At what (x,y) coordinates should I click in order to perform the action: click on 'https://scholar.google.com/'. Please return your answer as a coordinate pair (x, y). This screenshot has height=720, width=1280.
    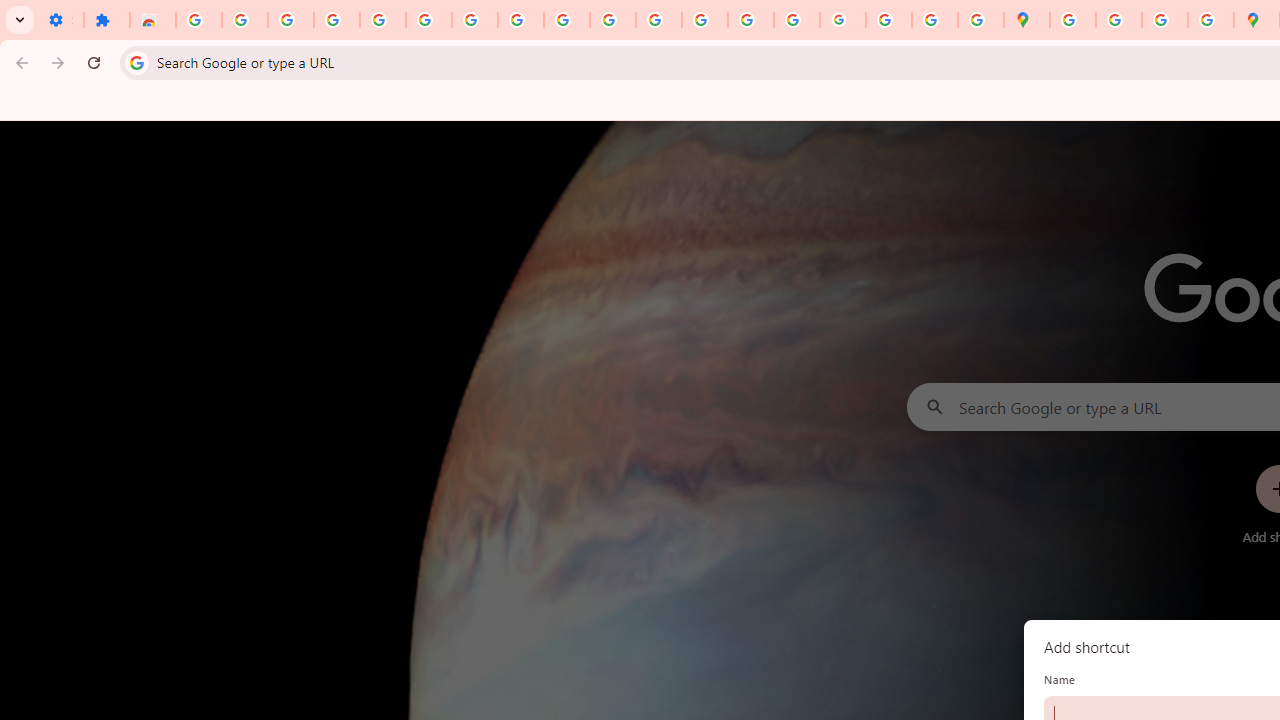
    Looking at the image, I should click on (659, 20).